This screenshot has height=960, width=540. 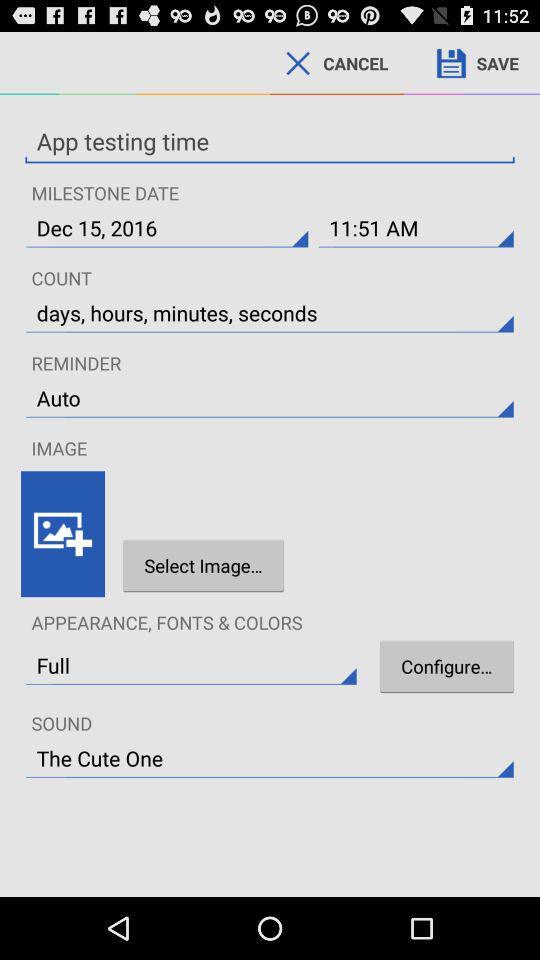 What do you see at coordinates (63, 571) in the screenshot?
I see `the wallpaper icon` at bounding box center [63, 571].